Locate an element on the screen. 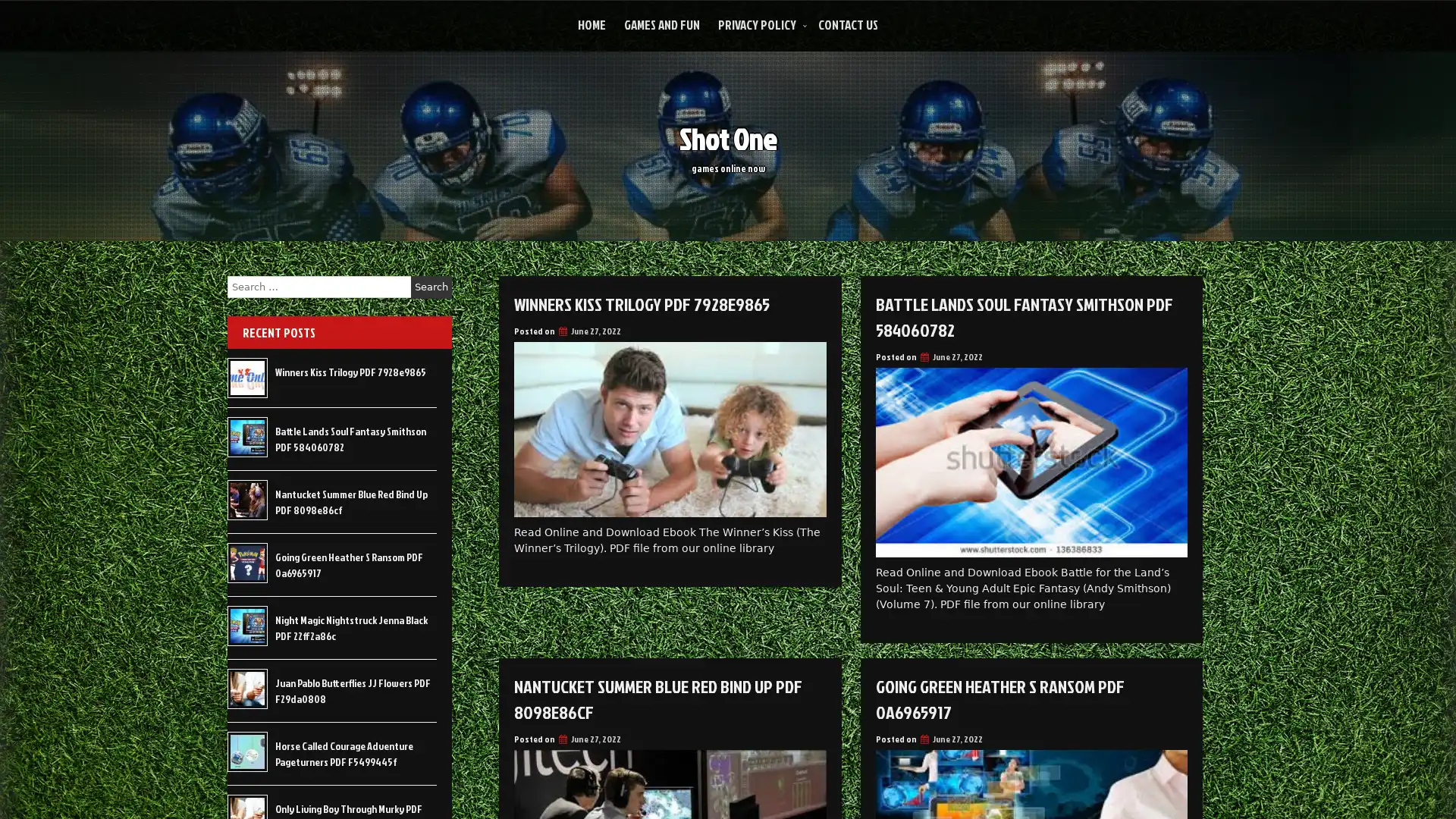 Image resolution: width=1456 pixels, height=819 pixels. Search is located at coordinates (431, 287).